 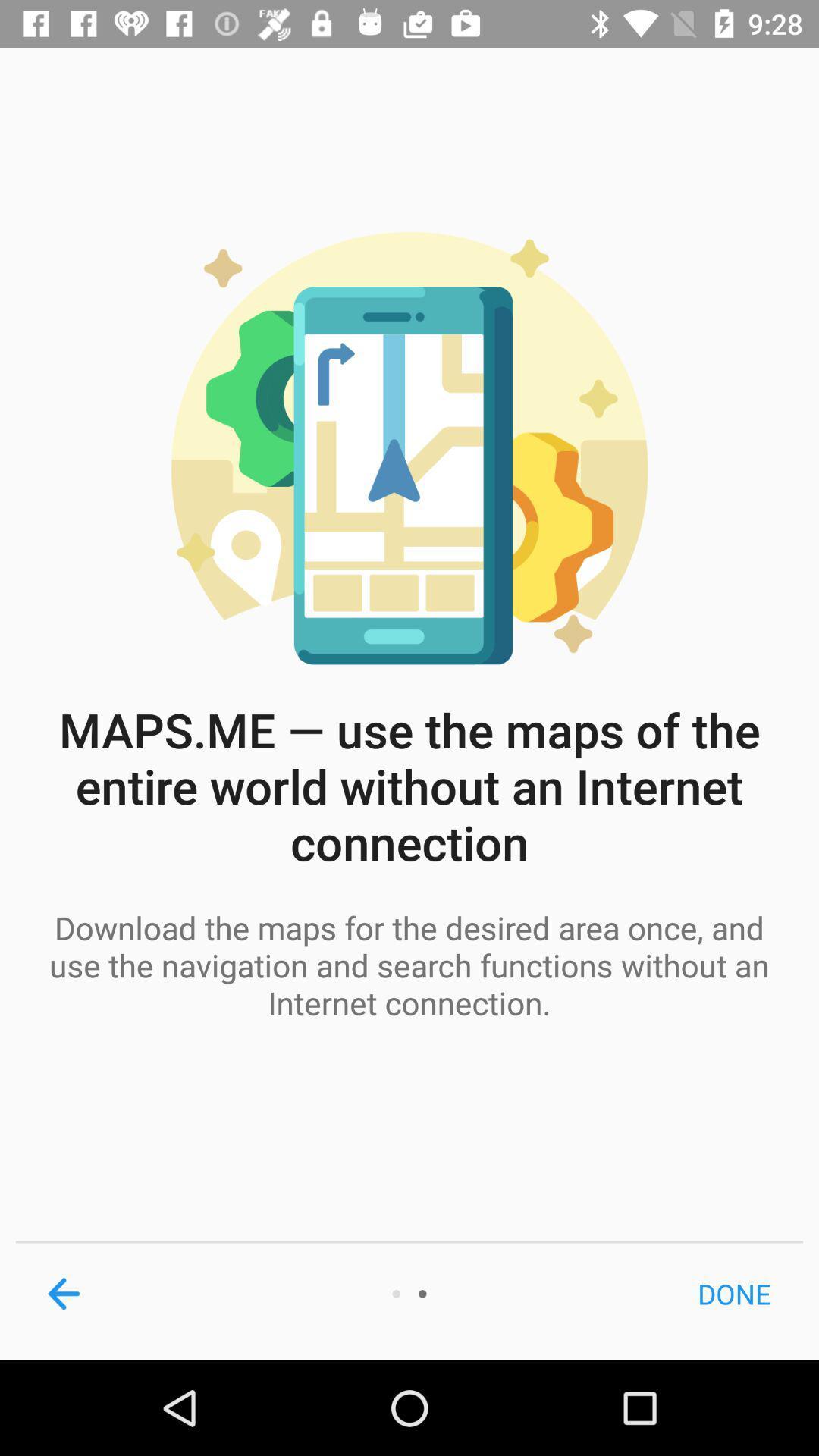 What do you see at coordinates (733, 1293) in the screenshot?
I see `the done` at bounding box center [733, 1293].